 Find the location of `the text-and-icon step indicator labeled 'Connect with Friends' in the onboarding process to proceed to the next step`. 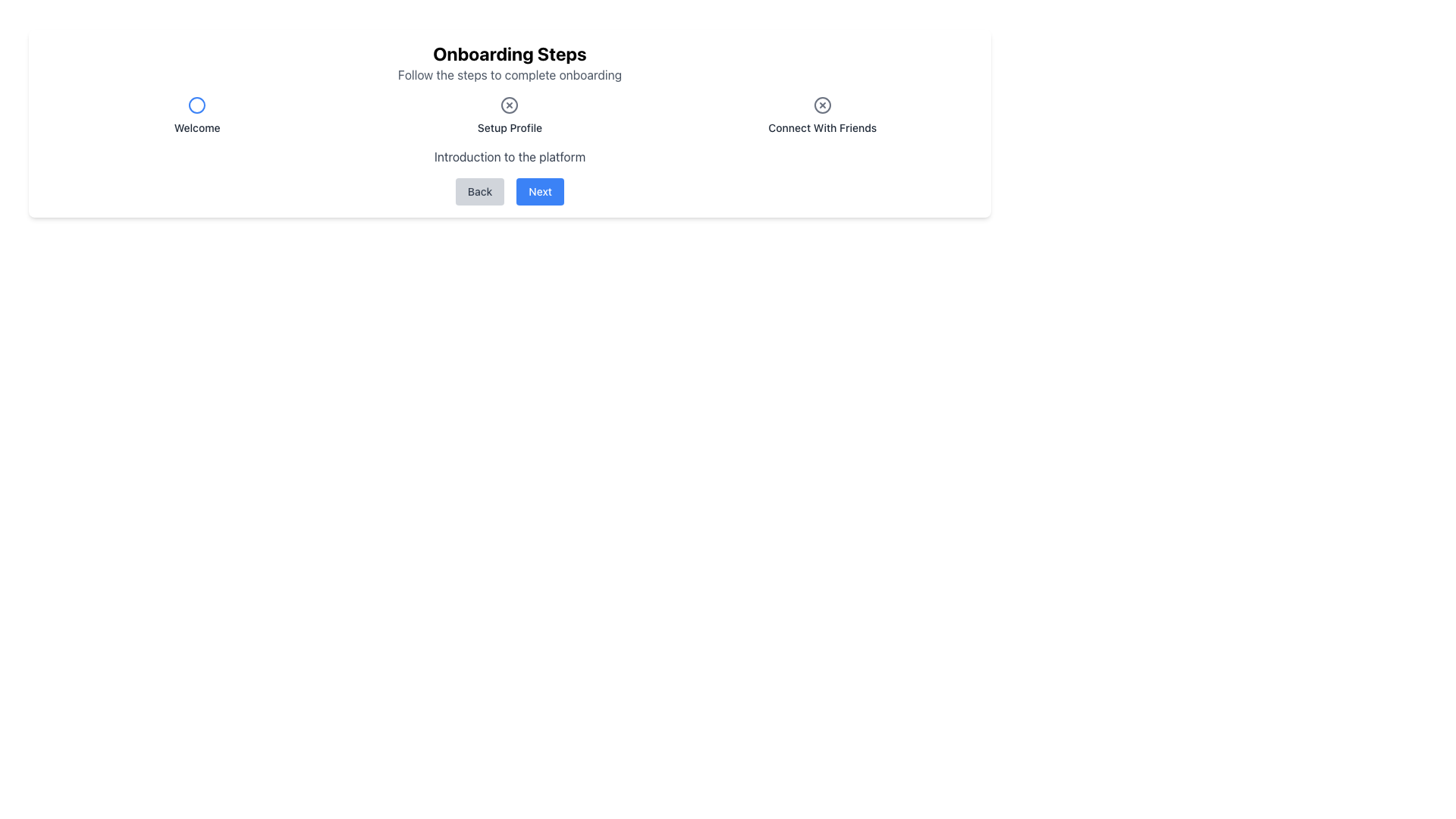

the text-and-icon step indicator labeled 'Connect with Friends' in the onboarding process to proceed to the next step is located at coordinates (821, 115).